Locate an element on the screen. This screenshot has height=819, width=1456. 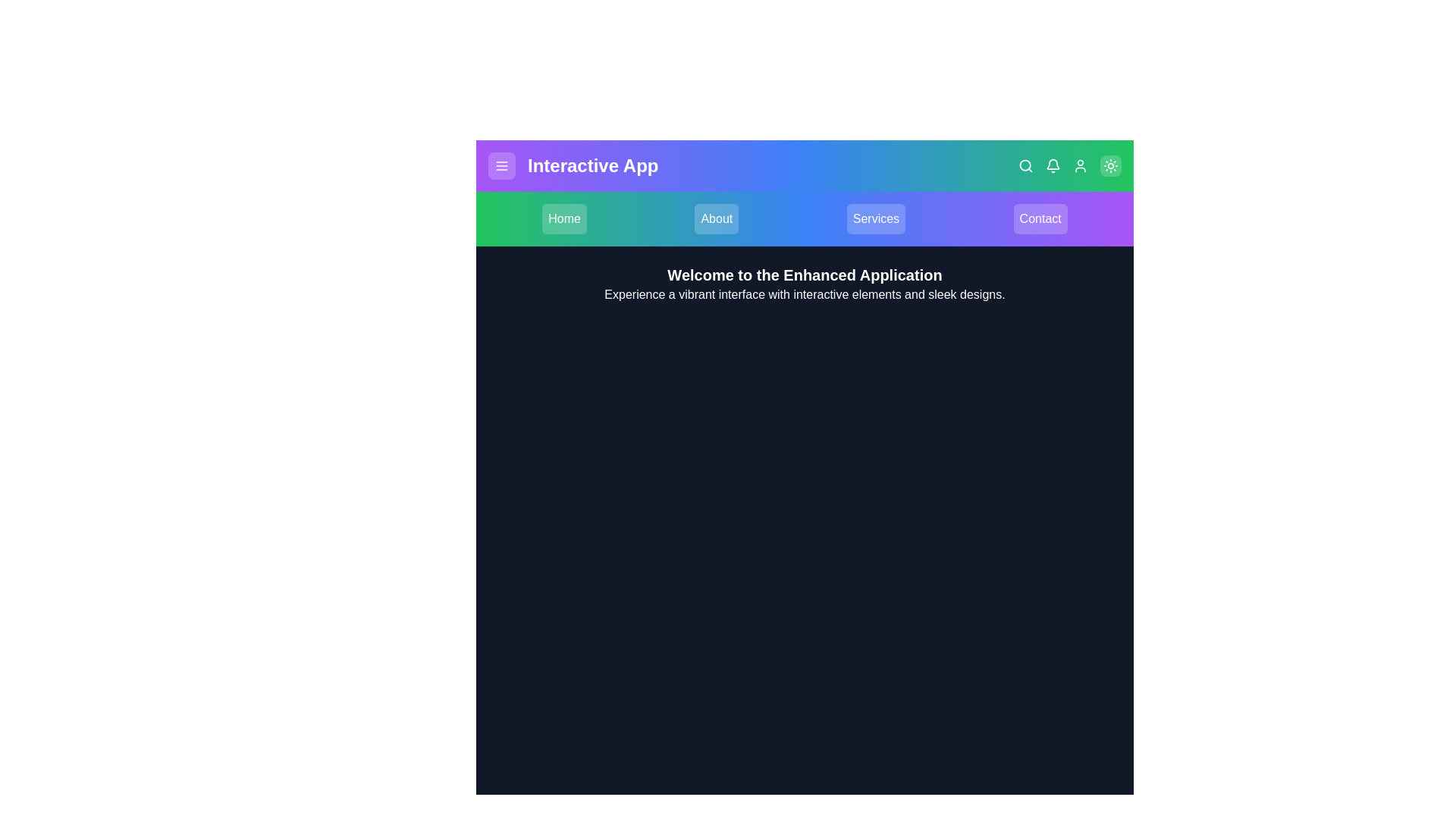
the navigation item Services to navigate to the corresponding section is located at coordinates (876, 219).